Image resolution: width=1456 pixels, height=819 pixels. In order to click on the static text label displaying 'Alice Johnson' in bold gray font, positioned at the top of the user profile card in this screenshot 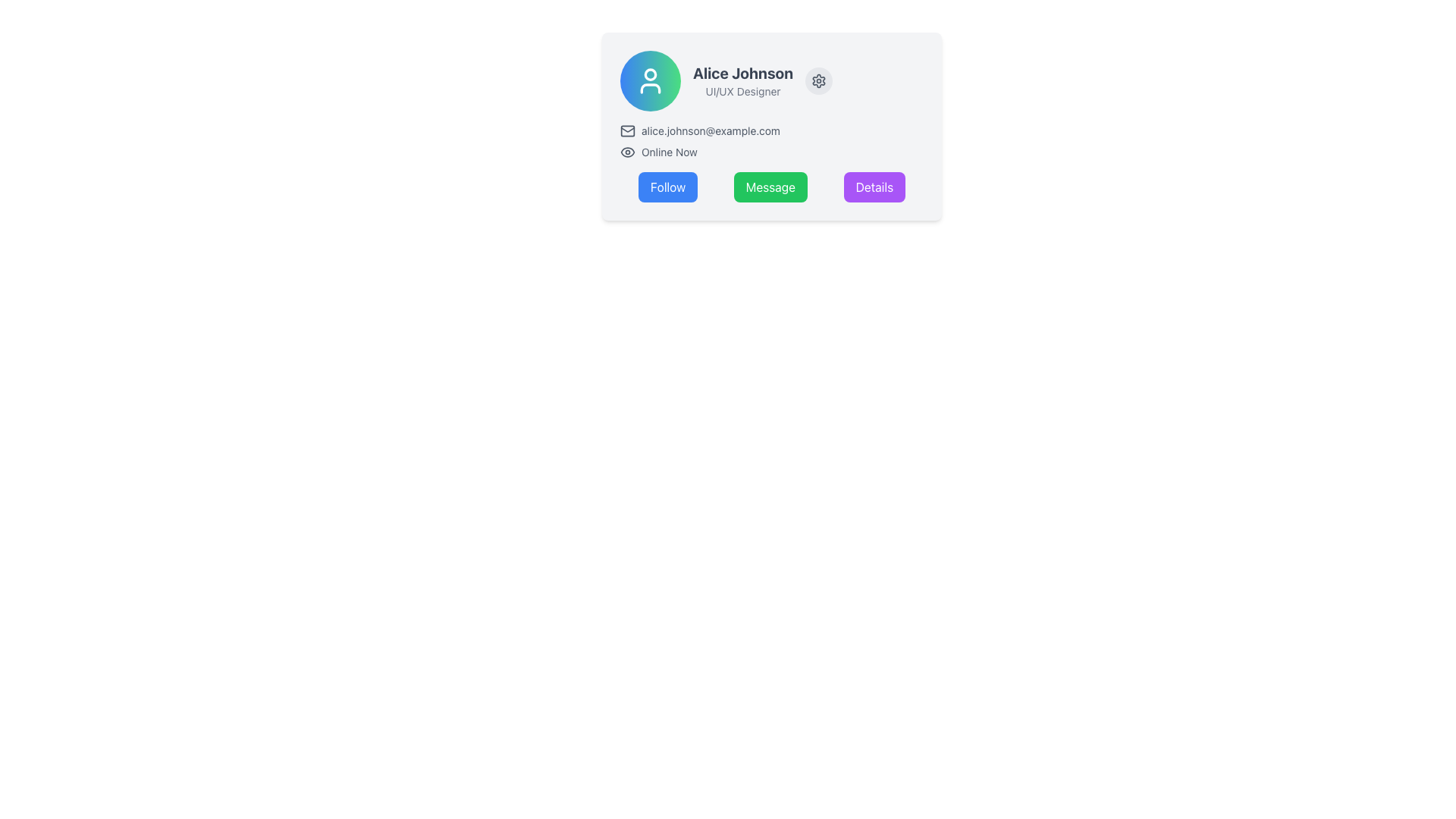, I will do `click(742, 73)`.